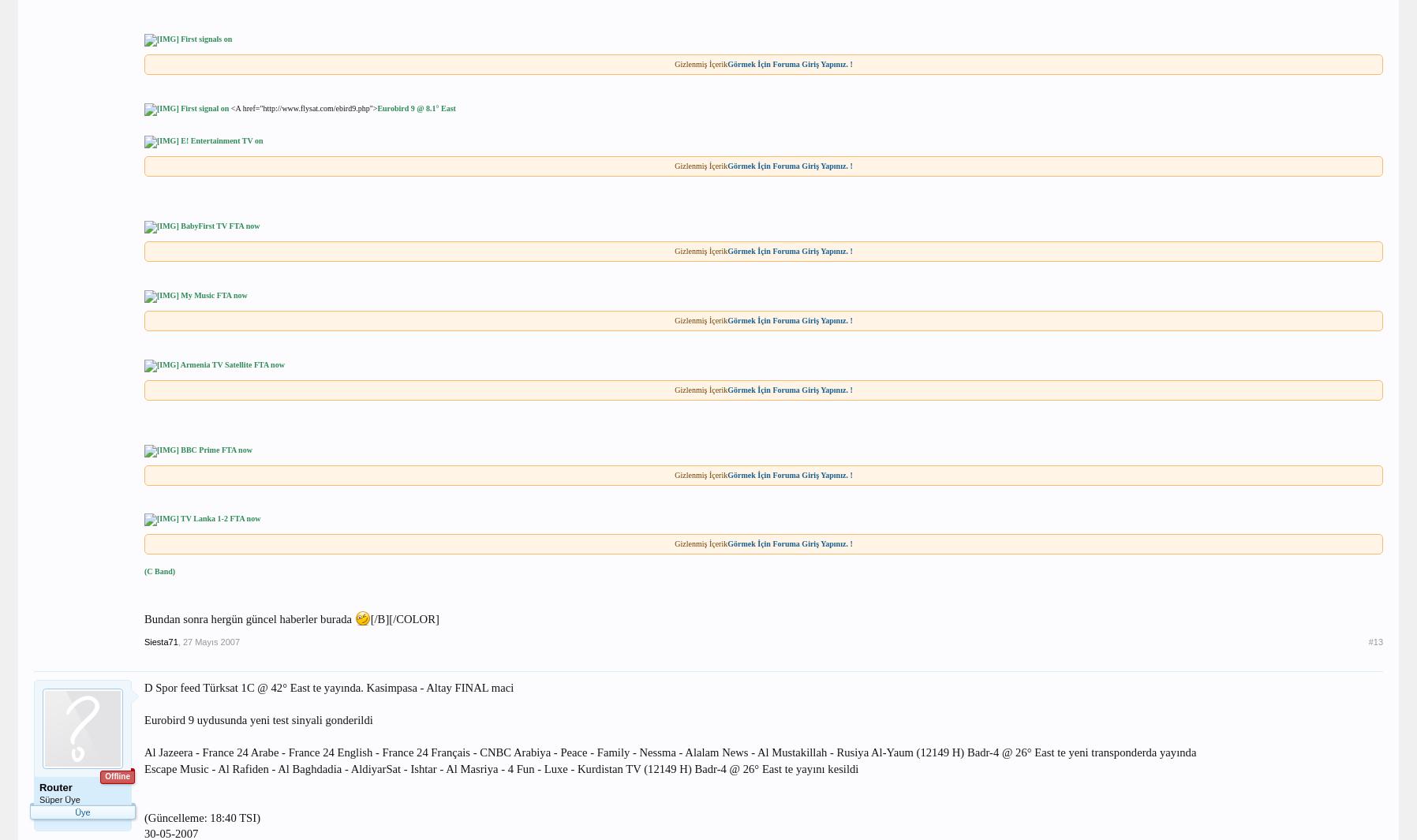 This screenshot has width=1417, height=840. Describe the element at coordinates (328, 688) in the screenshot. I see `'D Spor feed Türksat 1C @ 42° East te yayında. Kasimpasa - Altay FINAL maci'` at that location.